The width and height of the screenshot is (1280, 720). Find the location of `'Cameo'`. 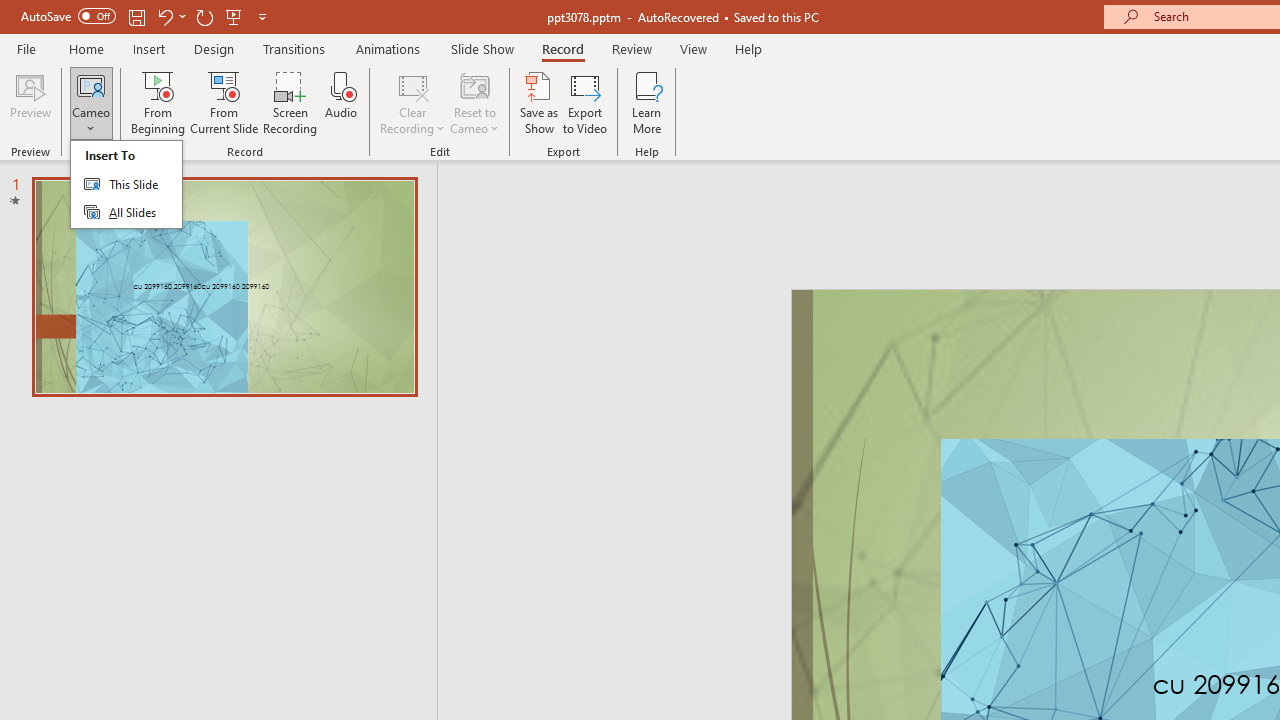

'Cameo' is located at coordinates (90, 84).